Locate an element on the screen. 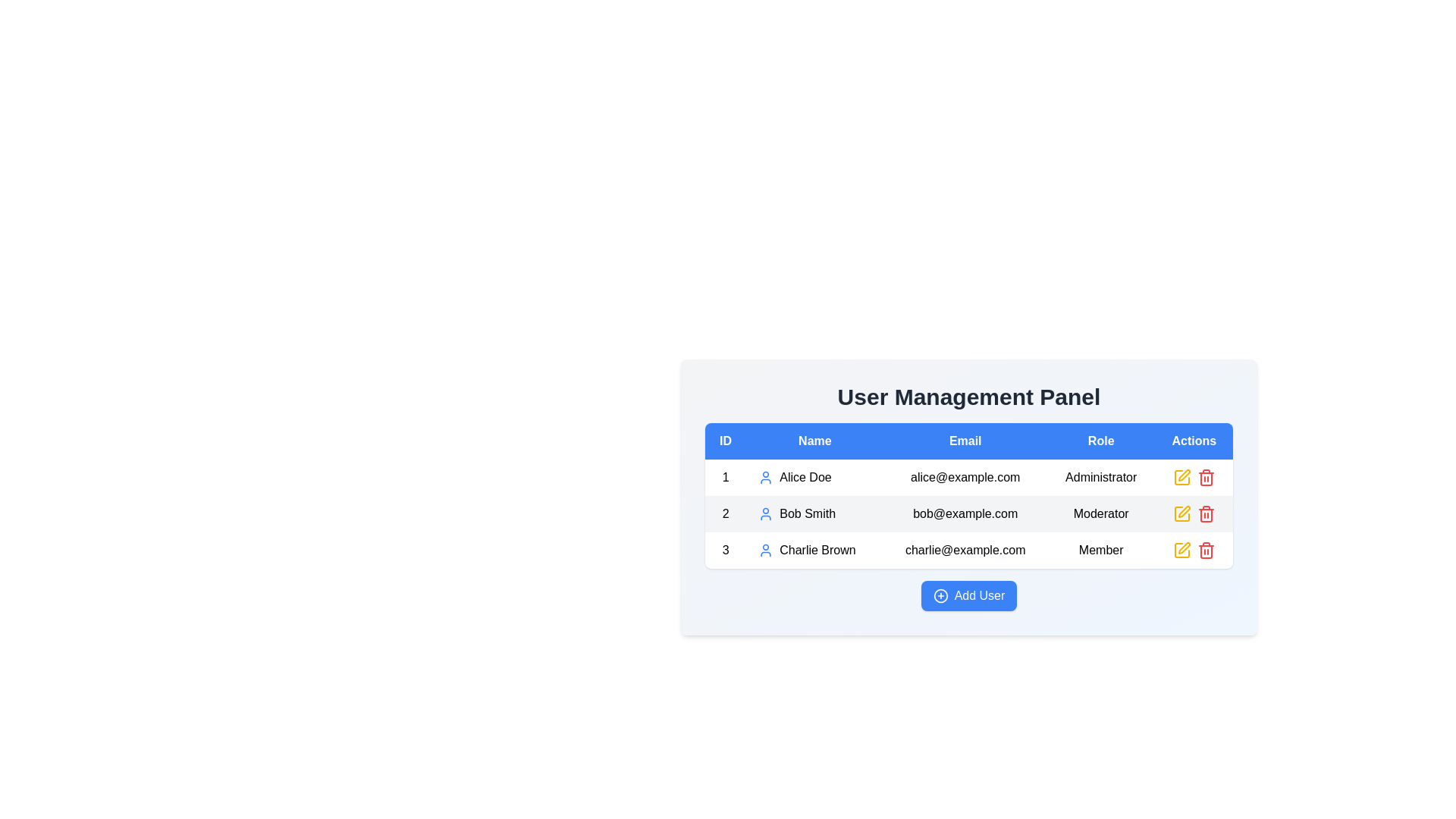 The width and height of the screenshot is (1456, 819). the unique blue button labeled 'Add User' to observe the hover effect, which changes its background to a darker blue is located at coordinates (968, 595).